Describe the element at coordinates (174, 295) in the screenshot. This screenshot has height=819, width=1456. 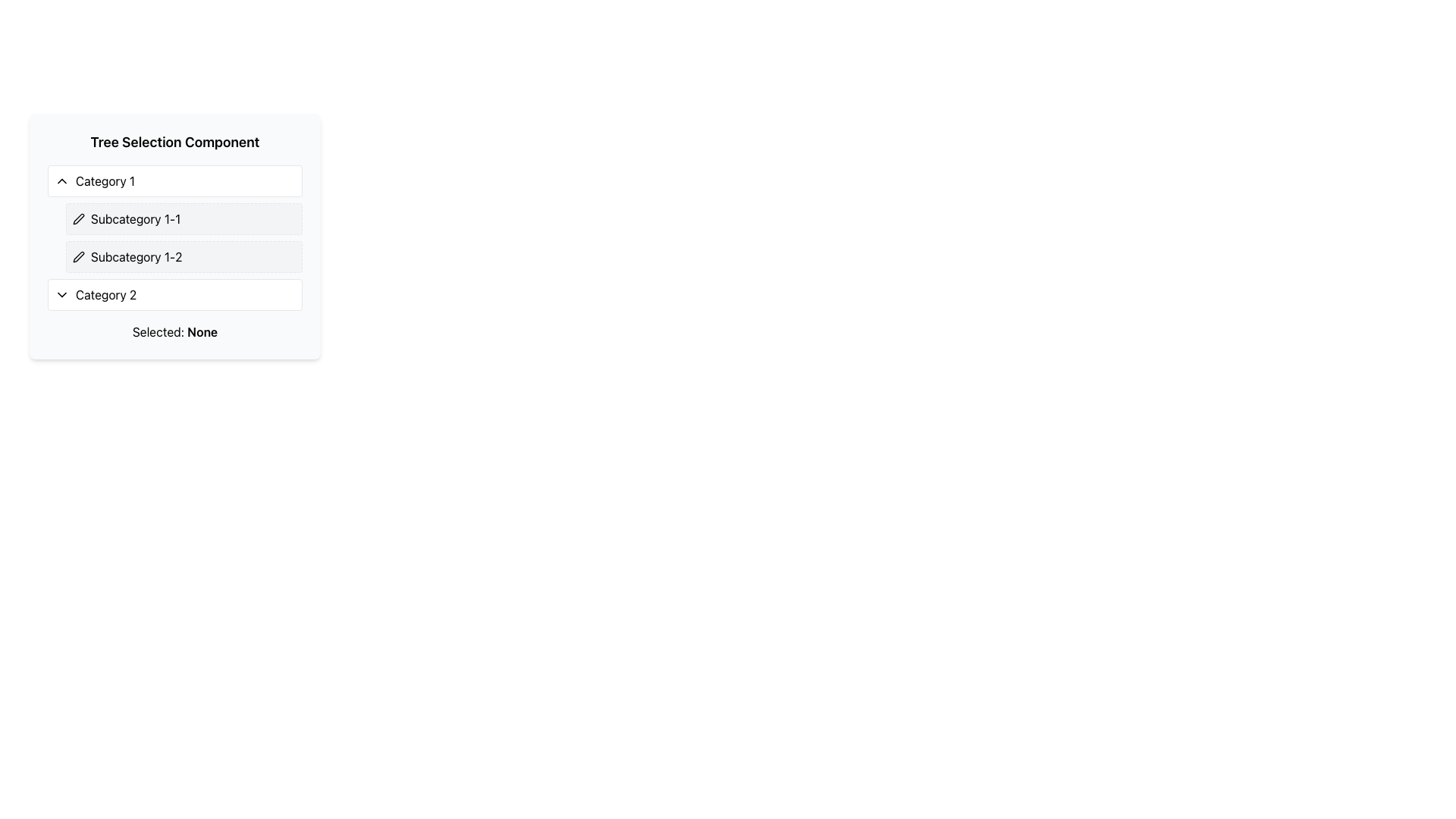
I see `the Category item in the tree selection component` at that location.